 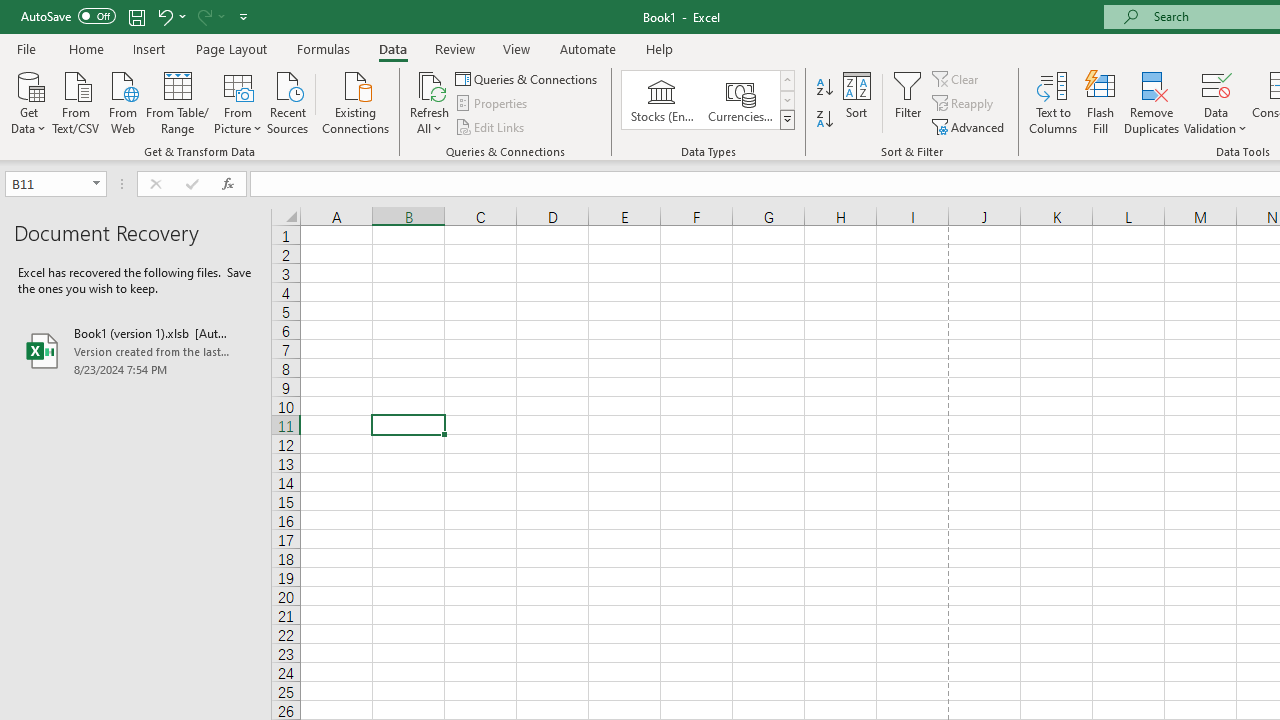 What do you see at coordinates (587, 48) in the screenshot?
I see `'Automate'` at bounding box center [587, 48].